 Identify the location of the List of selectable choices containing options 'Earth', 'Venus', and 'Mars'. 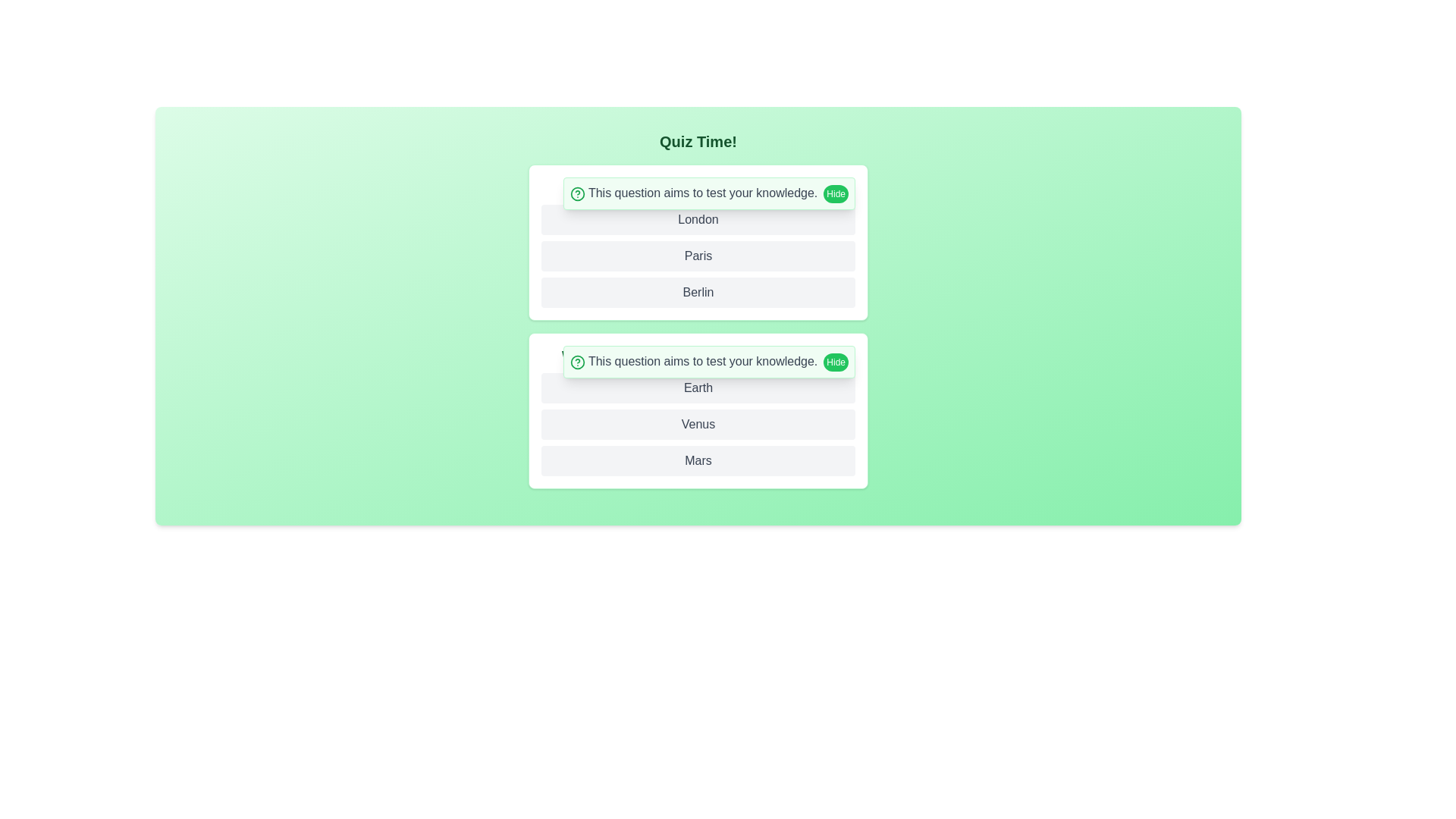
(698, 424).